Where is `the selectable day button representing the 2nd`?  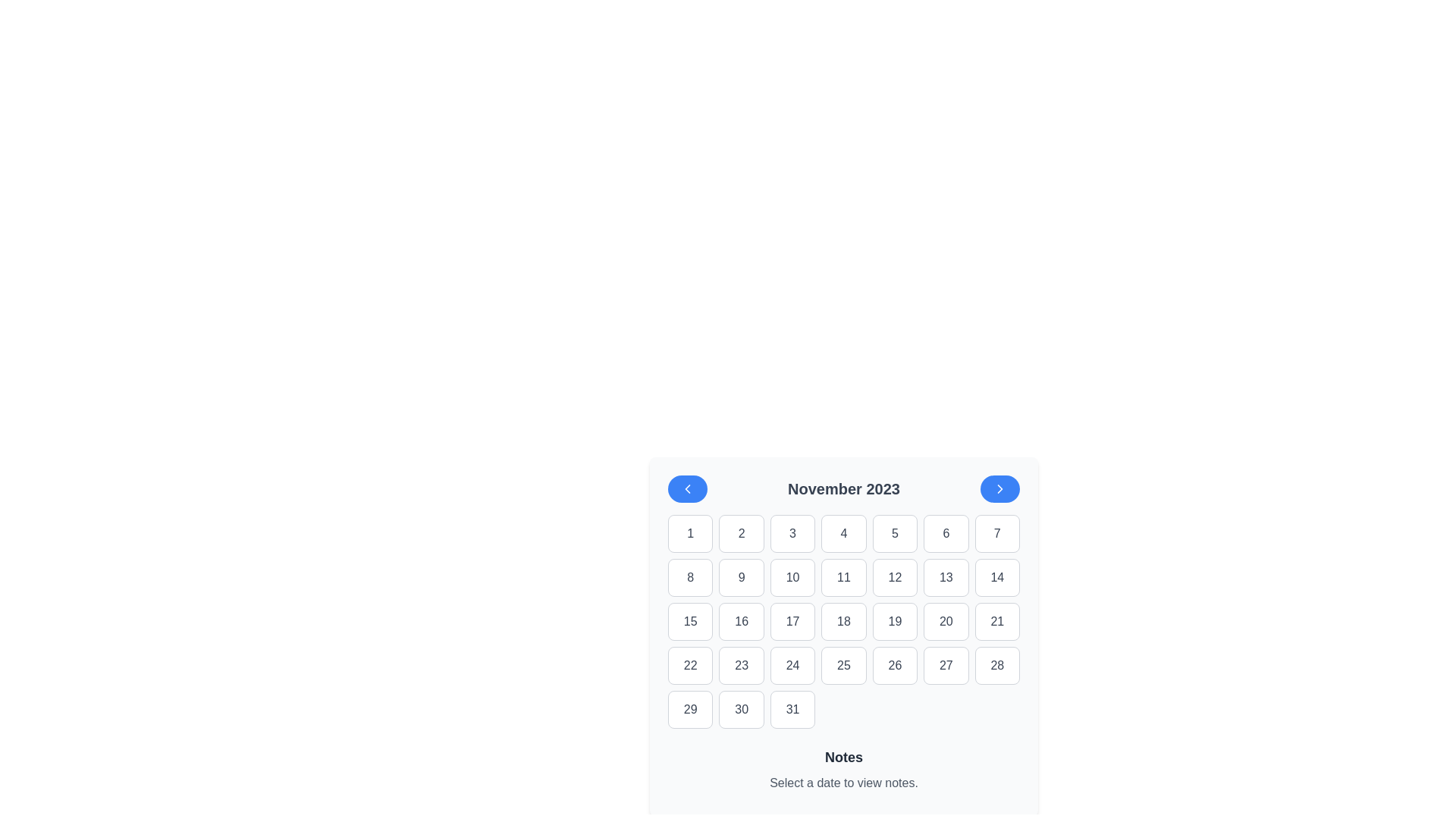
the selectable day button representing the 2nd is located at coordinates (742, 533).